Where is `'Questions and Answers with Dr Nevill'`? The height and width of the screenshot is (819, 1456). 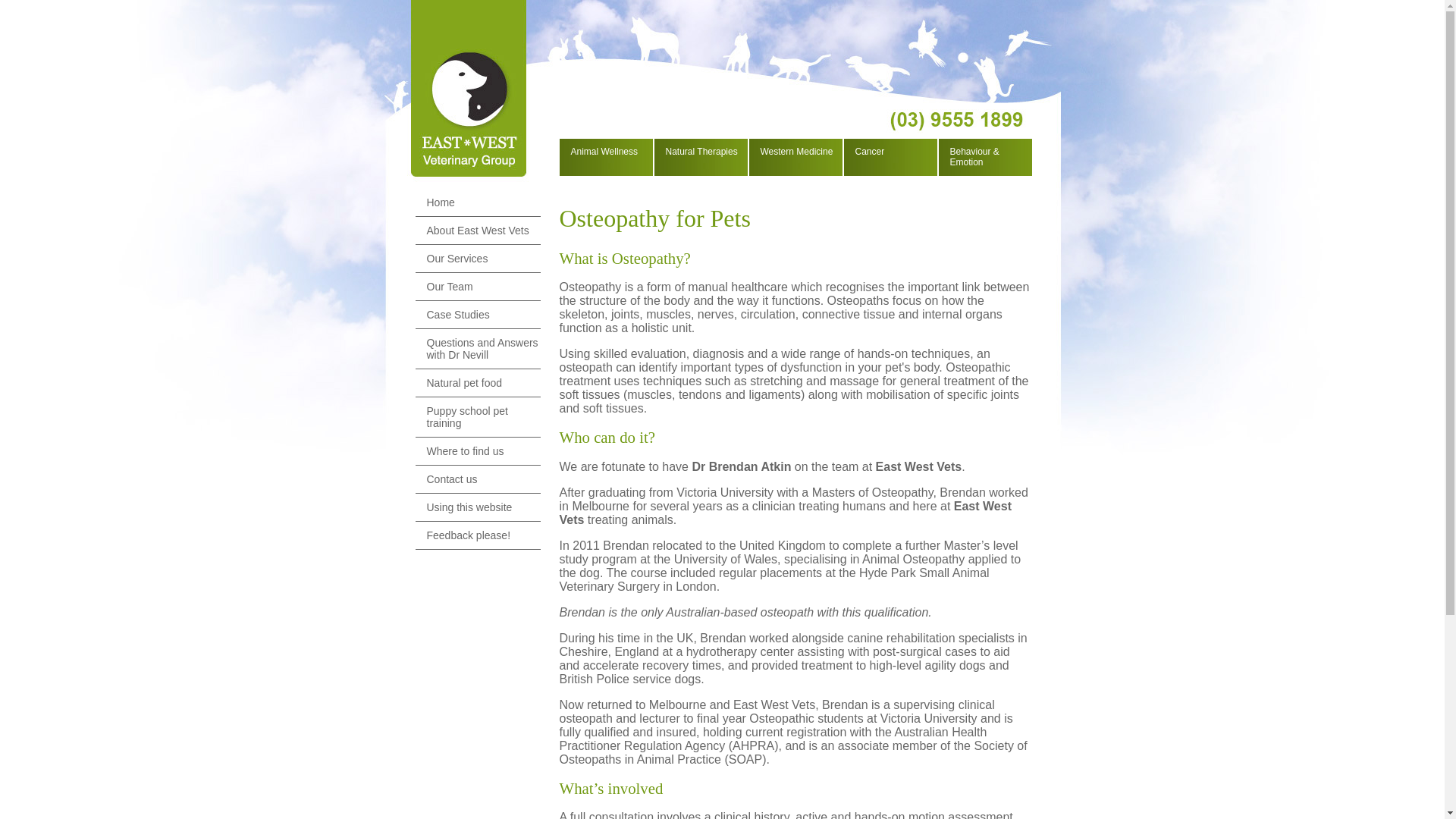 'Questions and Answers with Dr Nevill' is located at coordinates (477, 349).